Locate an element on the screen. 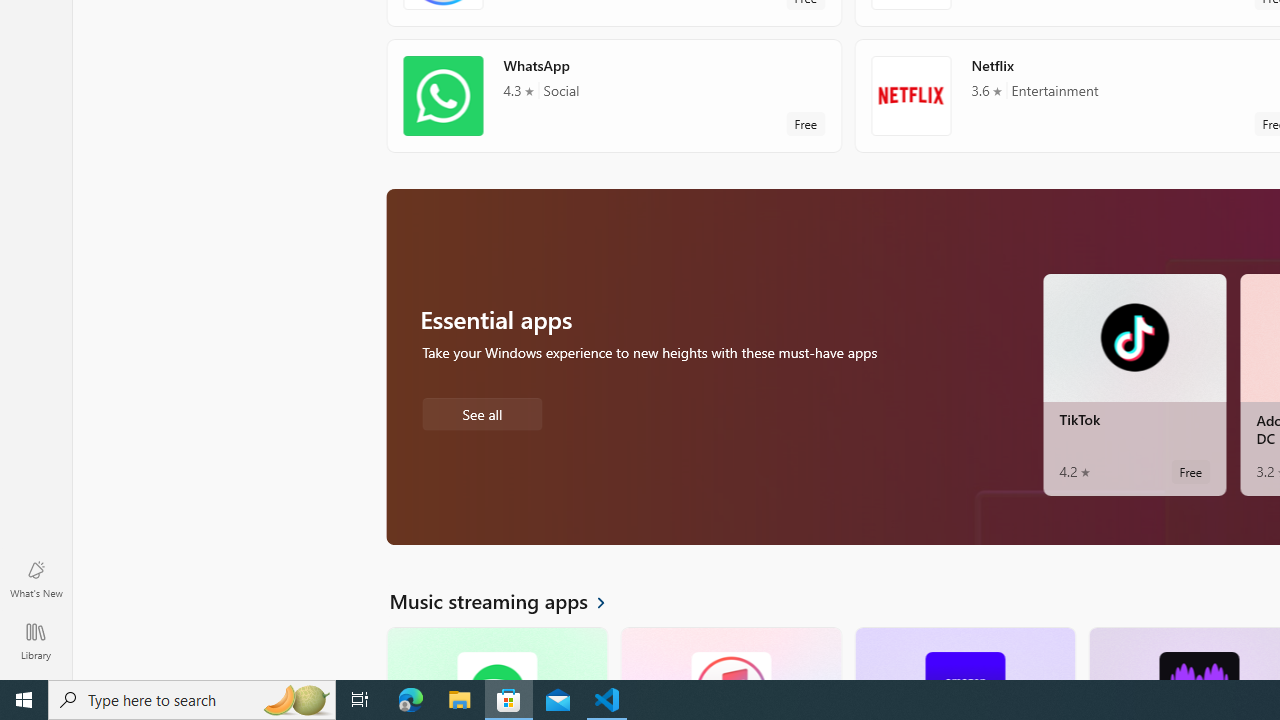 This screenshot has width=1280, height=720. 'What' is located at coordinates (35, 578).